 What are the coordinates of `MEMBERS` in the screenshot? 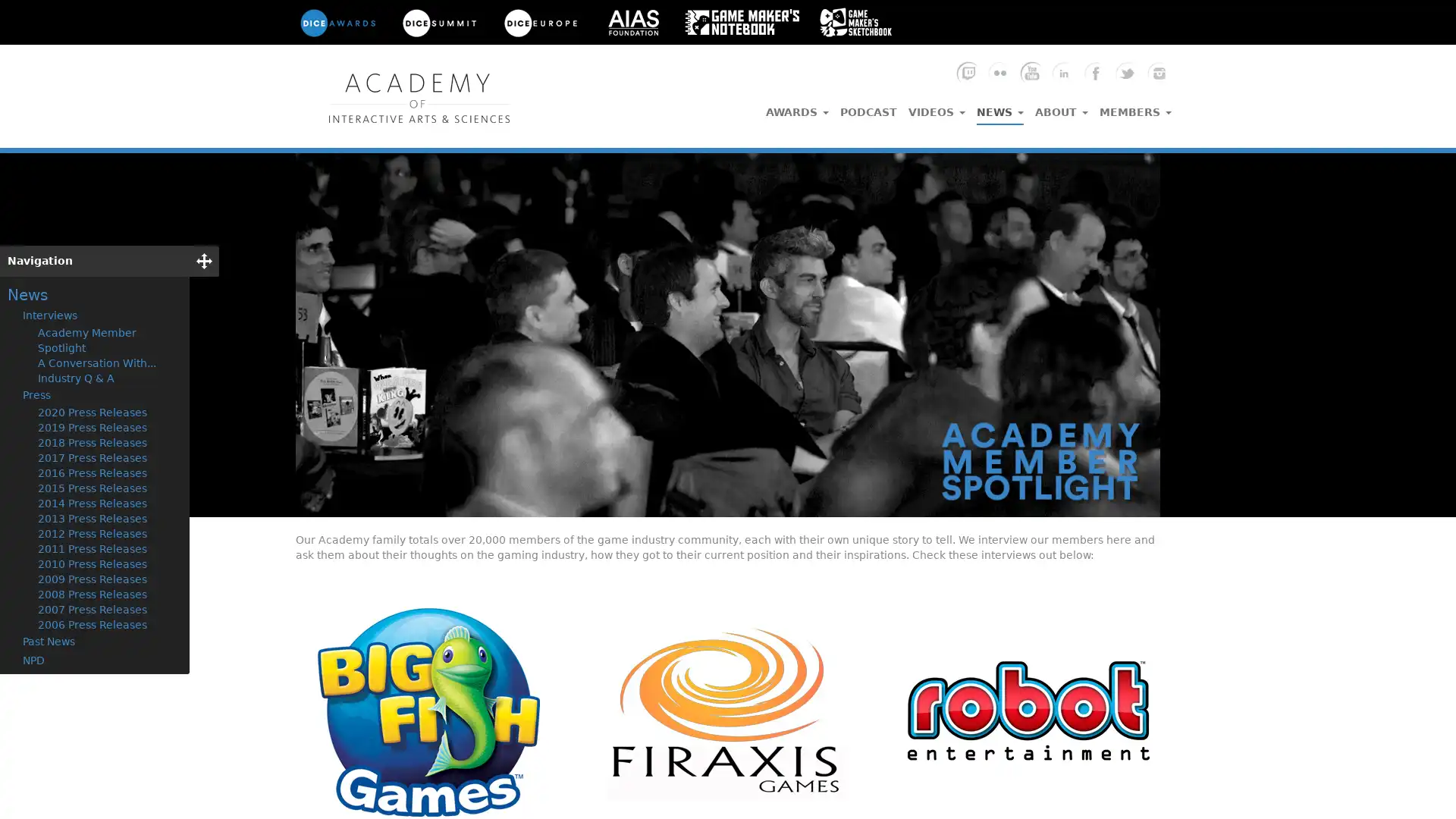 It's located at (1135, 107).